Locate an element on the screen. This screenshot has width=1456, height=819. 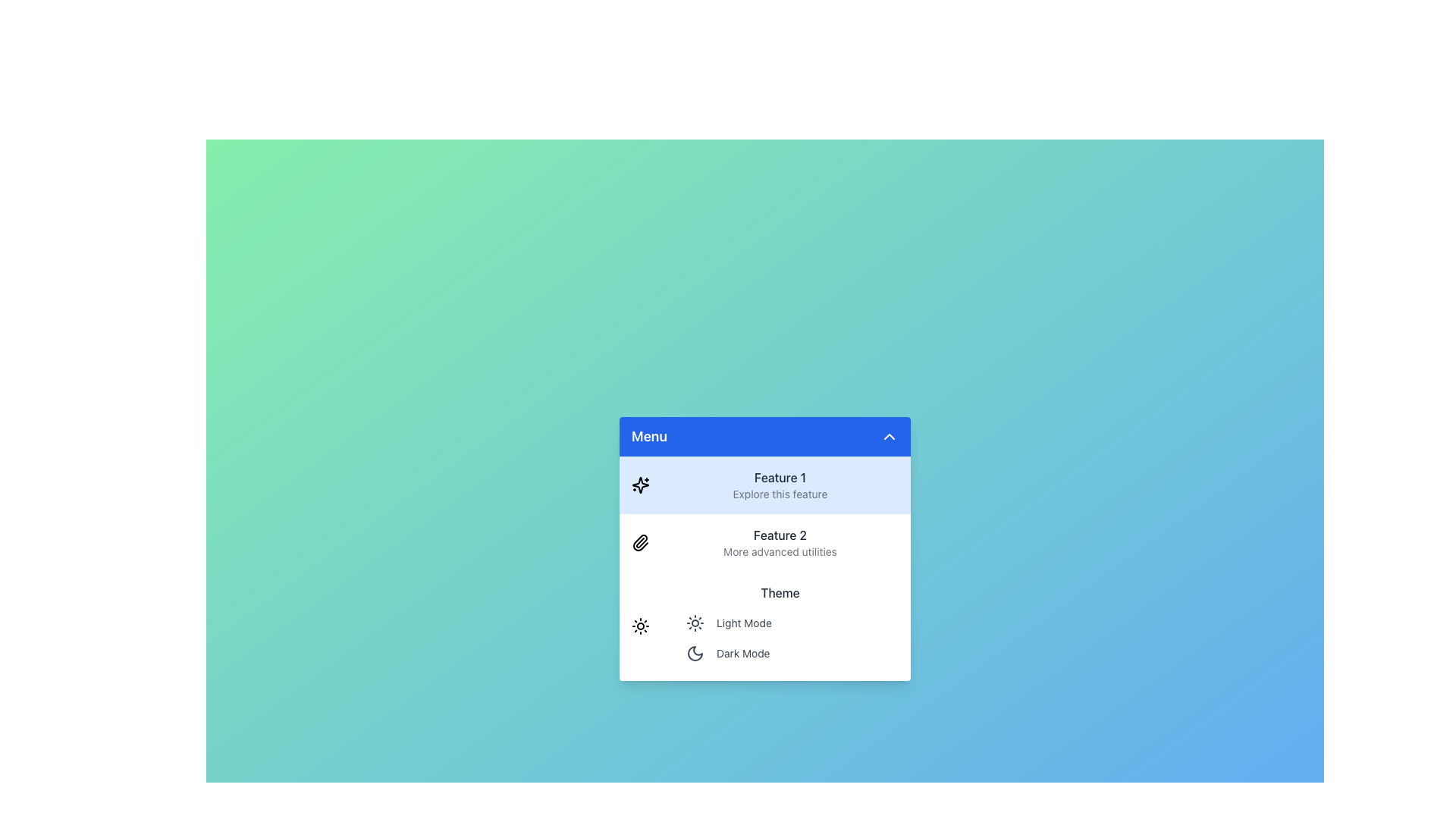
the descriptive label located directly underneath 'Feature 1' in the menu dialog box is located at coordinates (780, 494).